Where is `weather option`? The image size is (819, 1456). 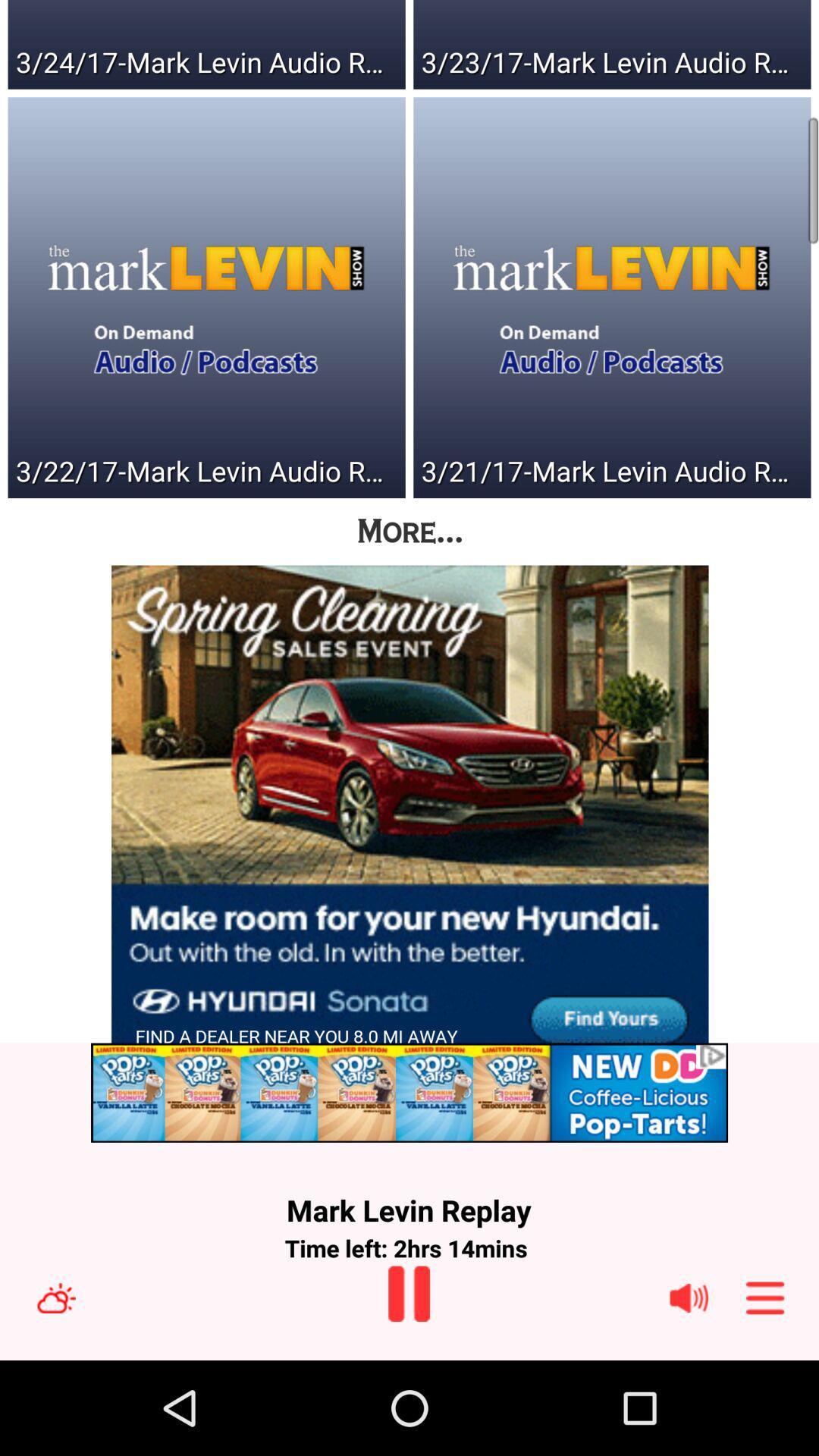 weather option is located at coordinates (55, 1297).